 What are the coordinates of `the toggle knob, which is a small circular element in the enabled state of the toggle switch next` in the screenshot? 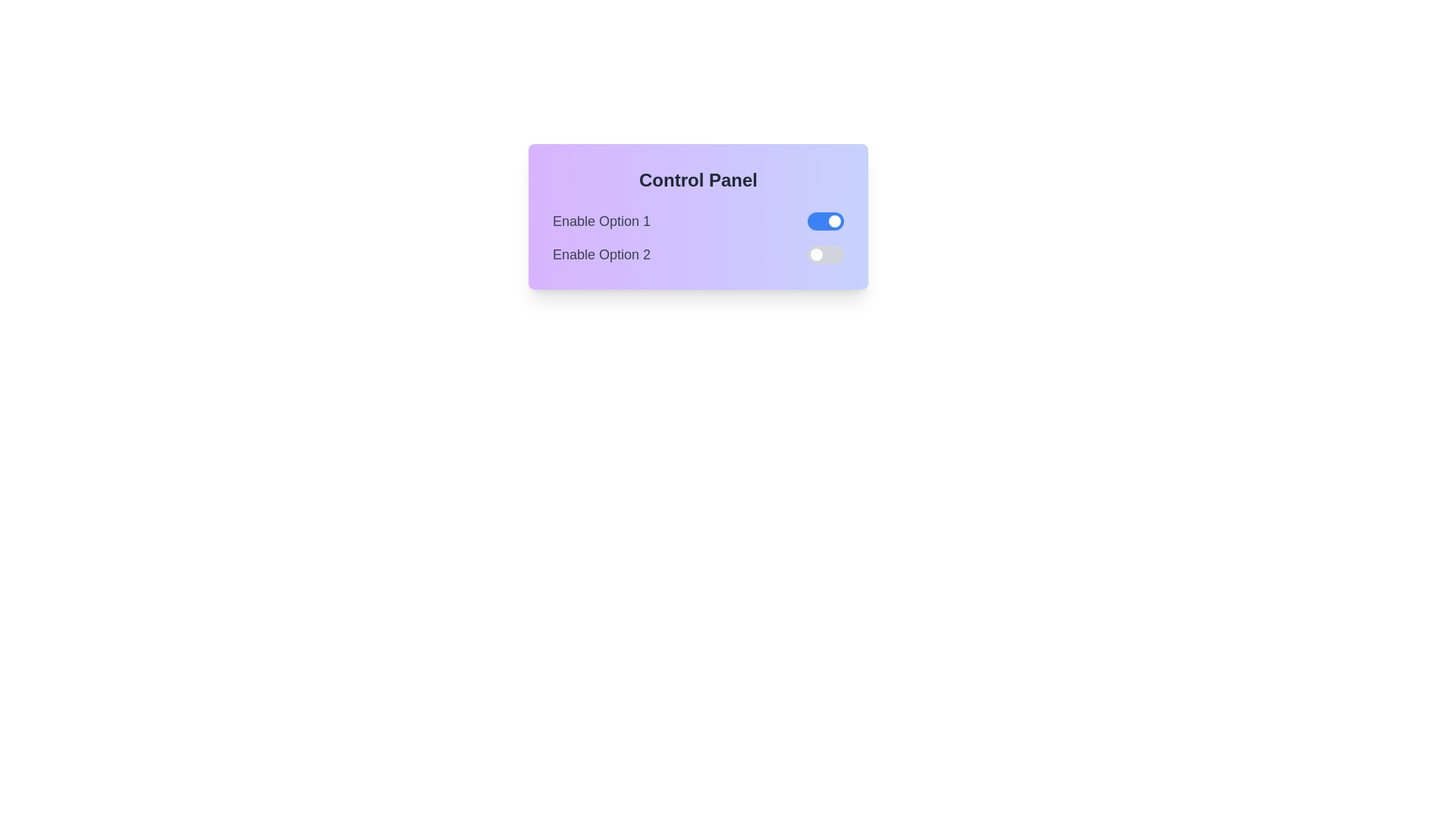 It's located at (833, 221).